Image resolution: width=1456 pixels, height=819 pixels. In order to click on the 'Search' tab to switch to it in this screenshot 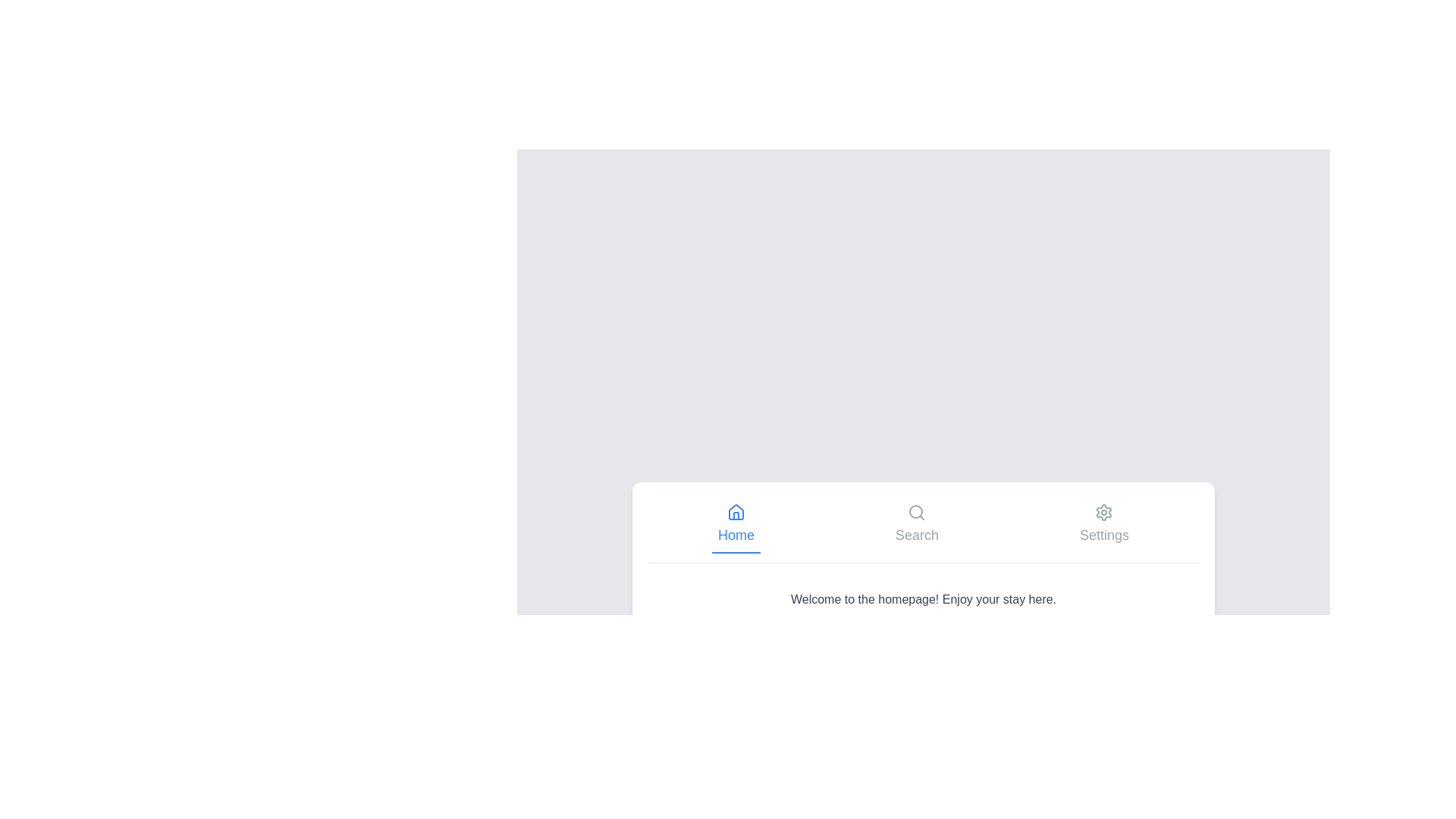, I will do `click(916, 523)`.